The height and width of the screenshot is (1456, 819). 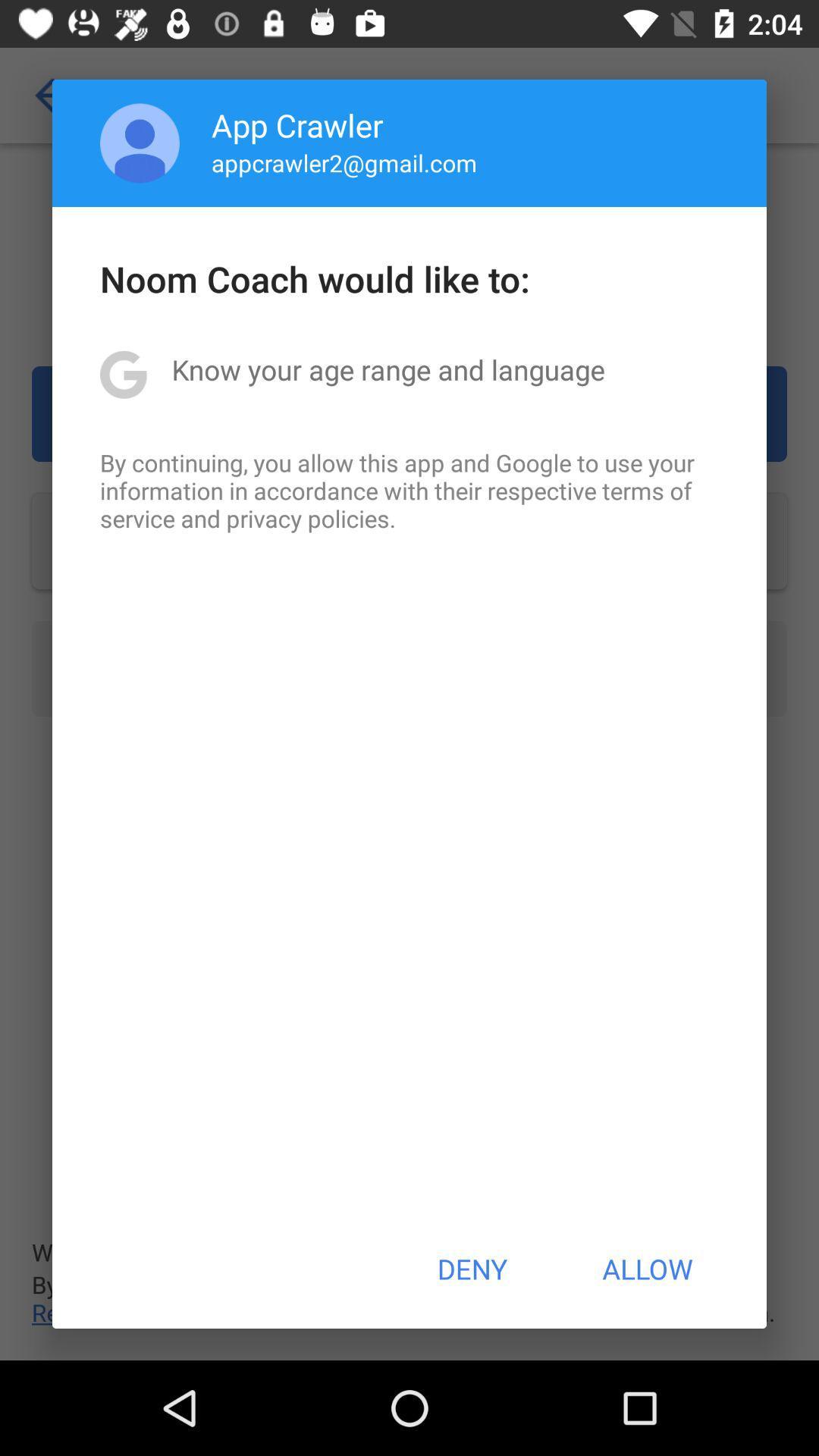 I want to click on the app above the noom coach would app, so click(x=344, y=162).